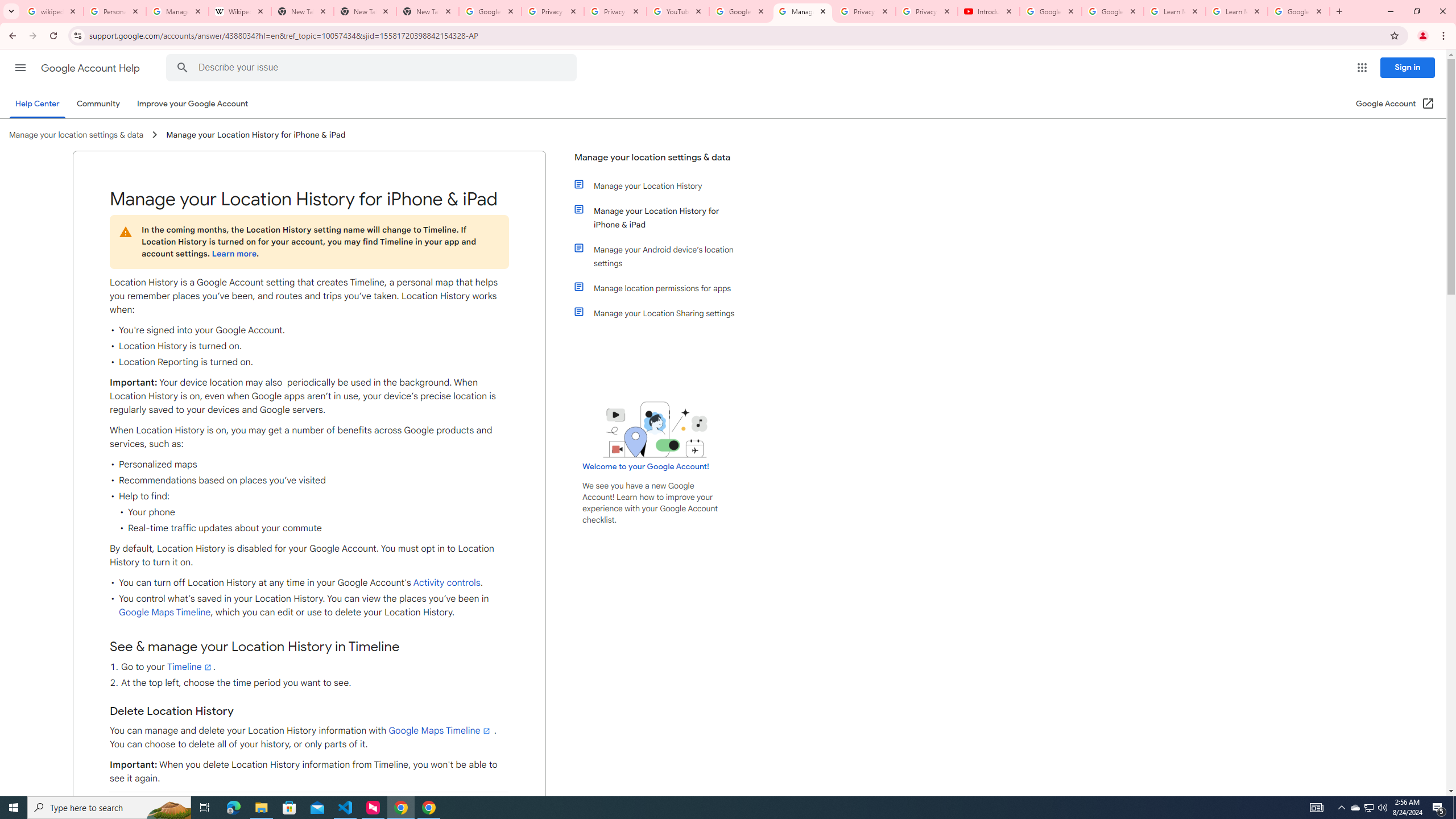 The height and width of the screenshot is (819, 1456). Describe the element at coordinates (114, 11) in the screenshot. I see `'Personalization & Google Search results - Google Search Help'` at that location.